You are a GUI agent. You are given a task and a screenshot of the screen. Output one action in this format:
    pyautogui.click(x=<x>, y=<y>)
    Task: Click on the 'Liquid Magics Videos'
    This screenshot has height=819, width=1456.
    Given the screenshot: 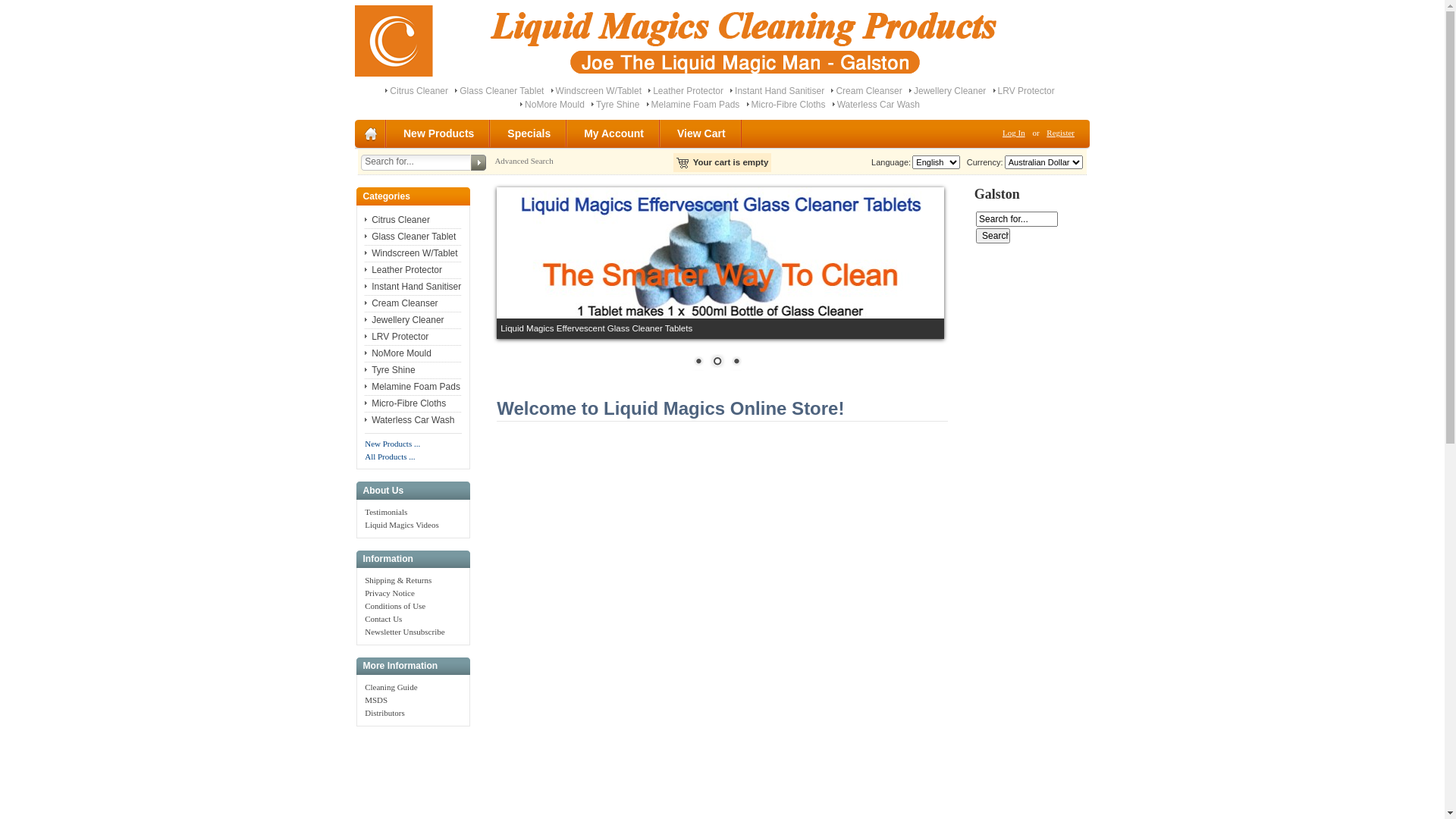 What is the action you would take?
    pyautogui.click(x=401, y=523)
    